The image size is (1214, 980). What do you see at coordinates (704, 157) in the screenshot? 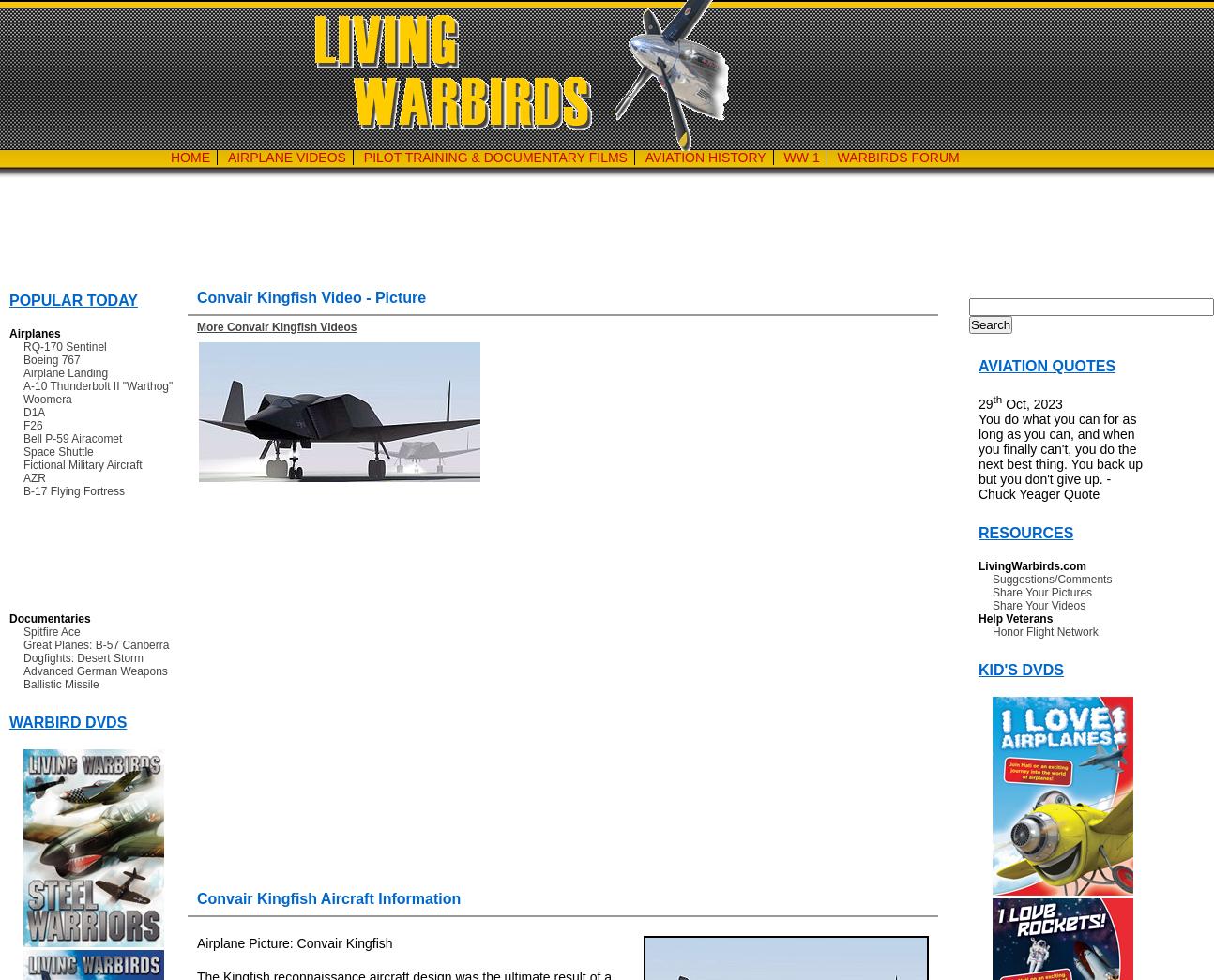
I see `'Aviation History'` at bounding box center [704, 157].